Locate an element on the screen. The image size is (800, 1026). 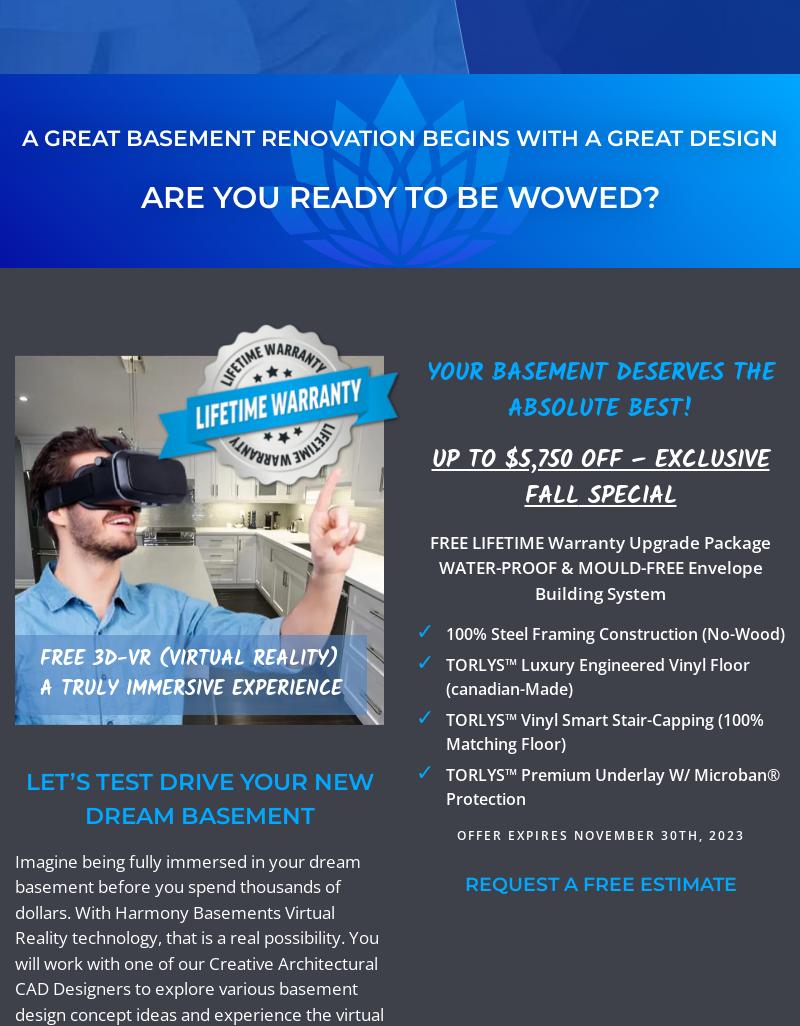
'FREE LIFETIME Warranty Upgrade Package' is located at coordinates (600, 541).